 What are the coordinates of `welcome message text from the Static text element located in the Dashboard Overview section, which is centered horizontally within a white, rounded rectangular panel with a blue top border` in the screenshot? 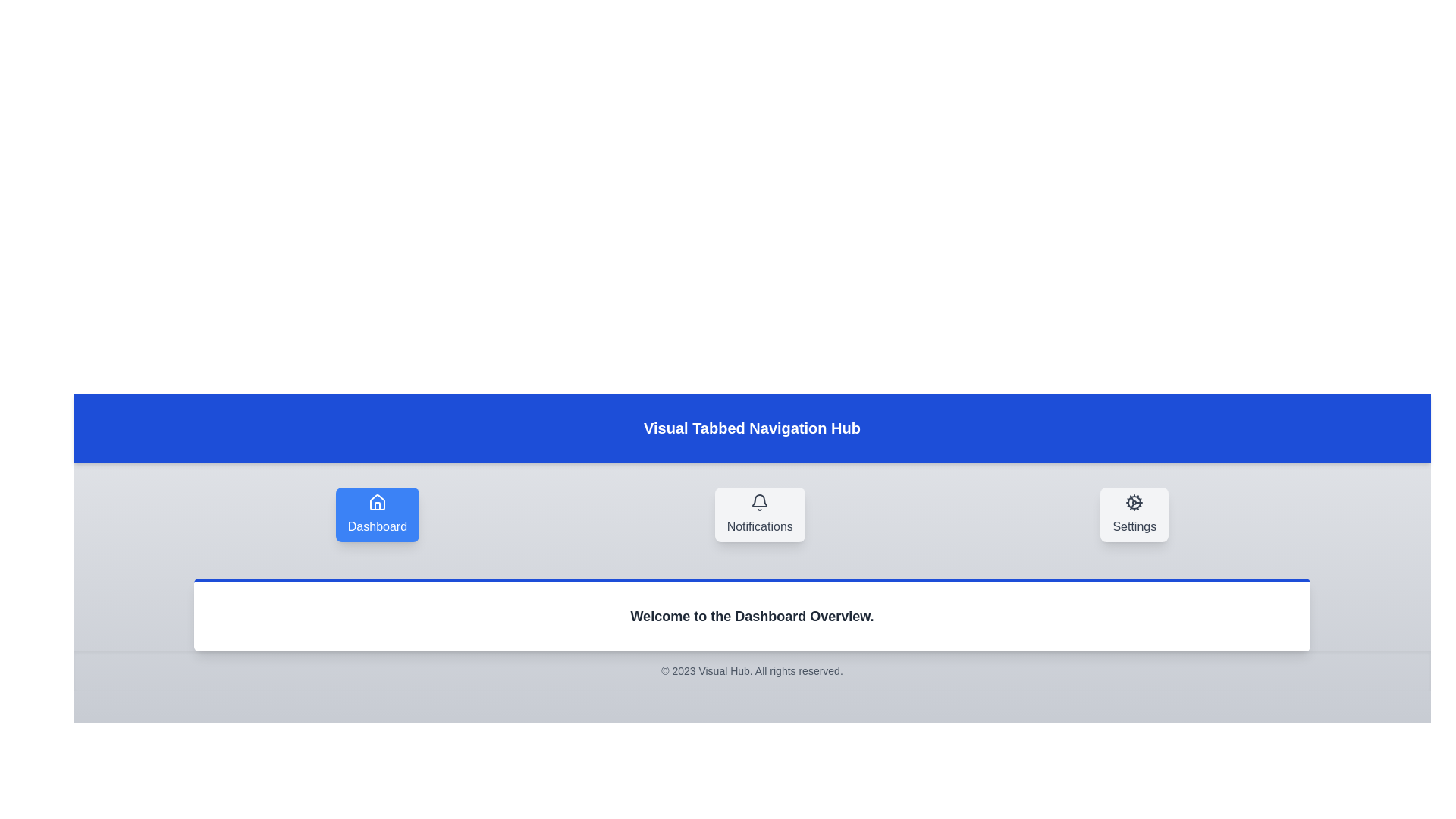 It's located at (752, 617).